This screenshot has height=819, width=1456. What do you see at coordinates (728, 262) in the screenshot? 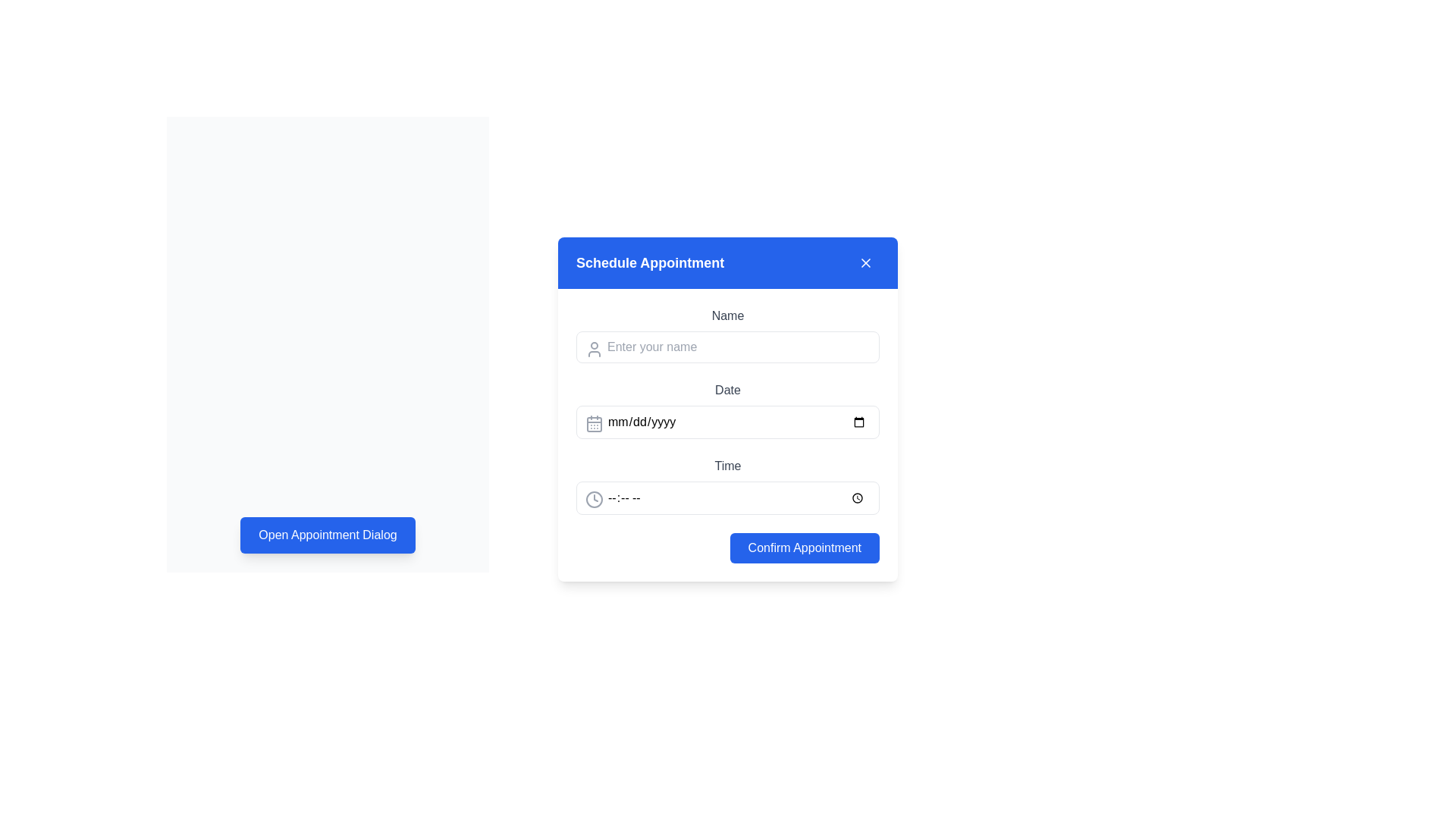
I see `the modal by the header section labeled 'Schedule Appointment'` at bounding box center [728, 262].